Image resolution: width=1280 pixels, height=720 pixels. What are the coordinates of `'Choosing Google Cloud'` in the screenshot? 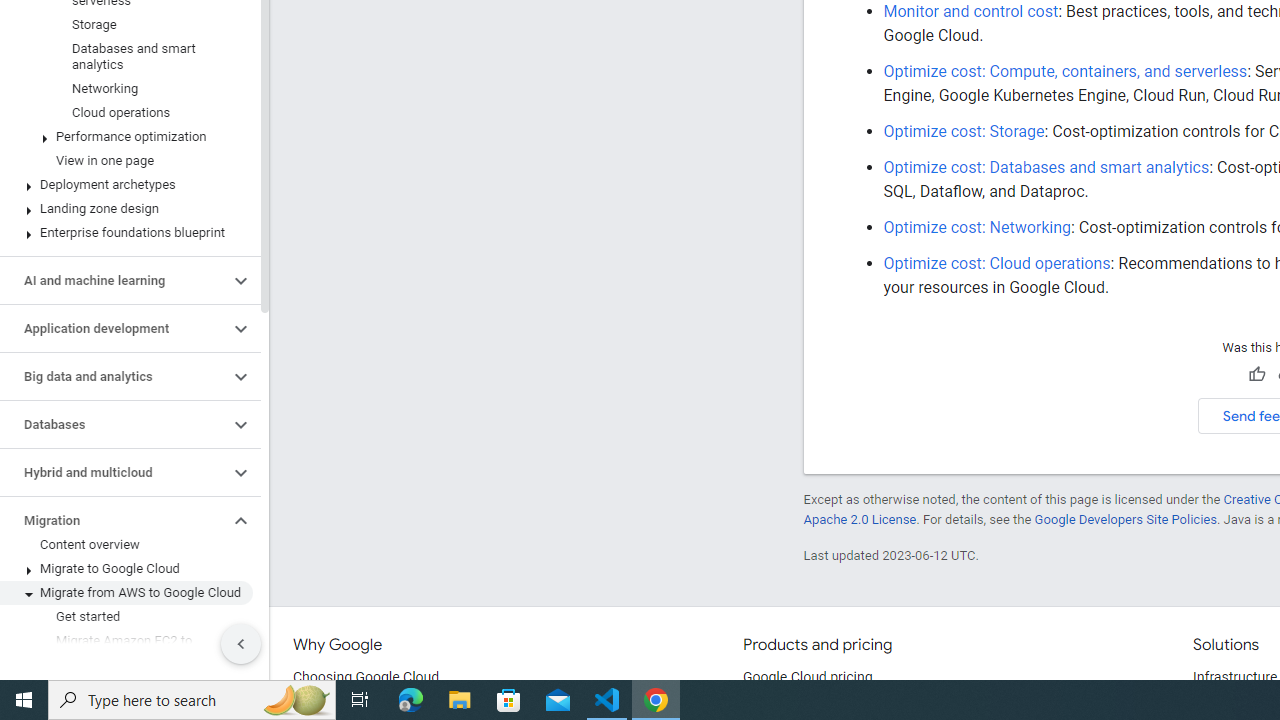 It's located at (366, 676).